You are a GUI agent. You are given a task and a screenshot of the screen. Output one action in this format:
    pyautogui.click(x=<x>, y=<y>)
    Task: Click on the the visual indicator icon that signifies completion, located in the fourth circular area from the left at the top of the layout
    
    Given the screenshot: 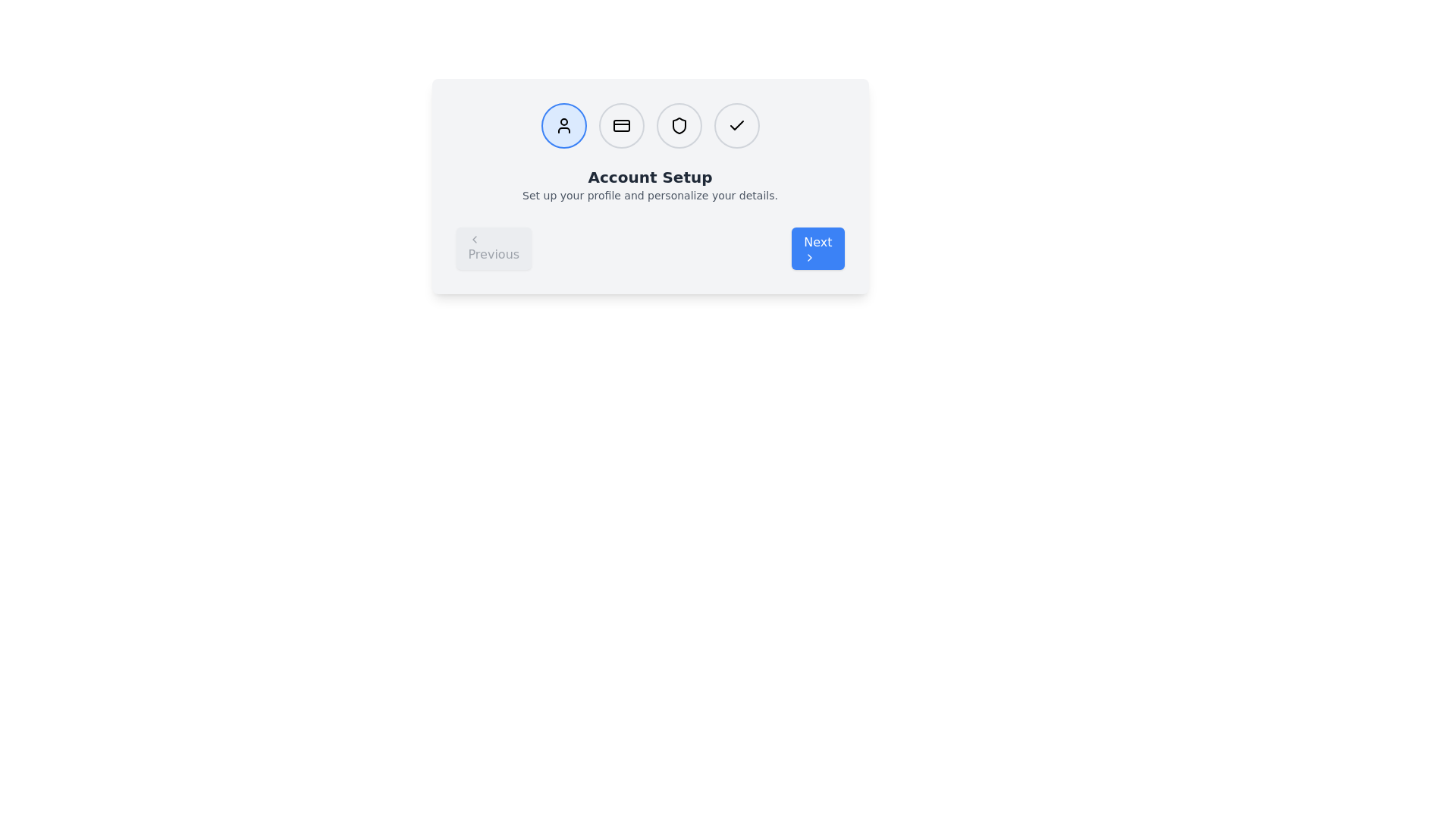 What is the action you would take?
    pyautogui.click(x=736, y=124)
    